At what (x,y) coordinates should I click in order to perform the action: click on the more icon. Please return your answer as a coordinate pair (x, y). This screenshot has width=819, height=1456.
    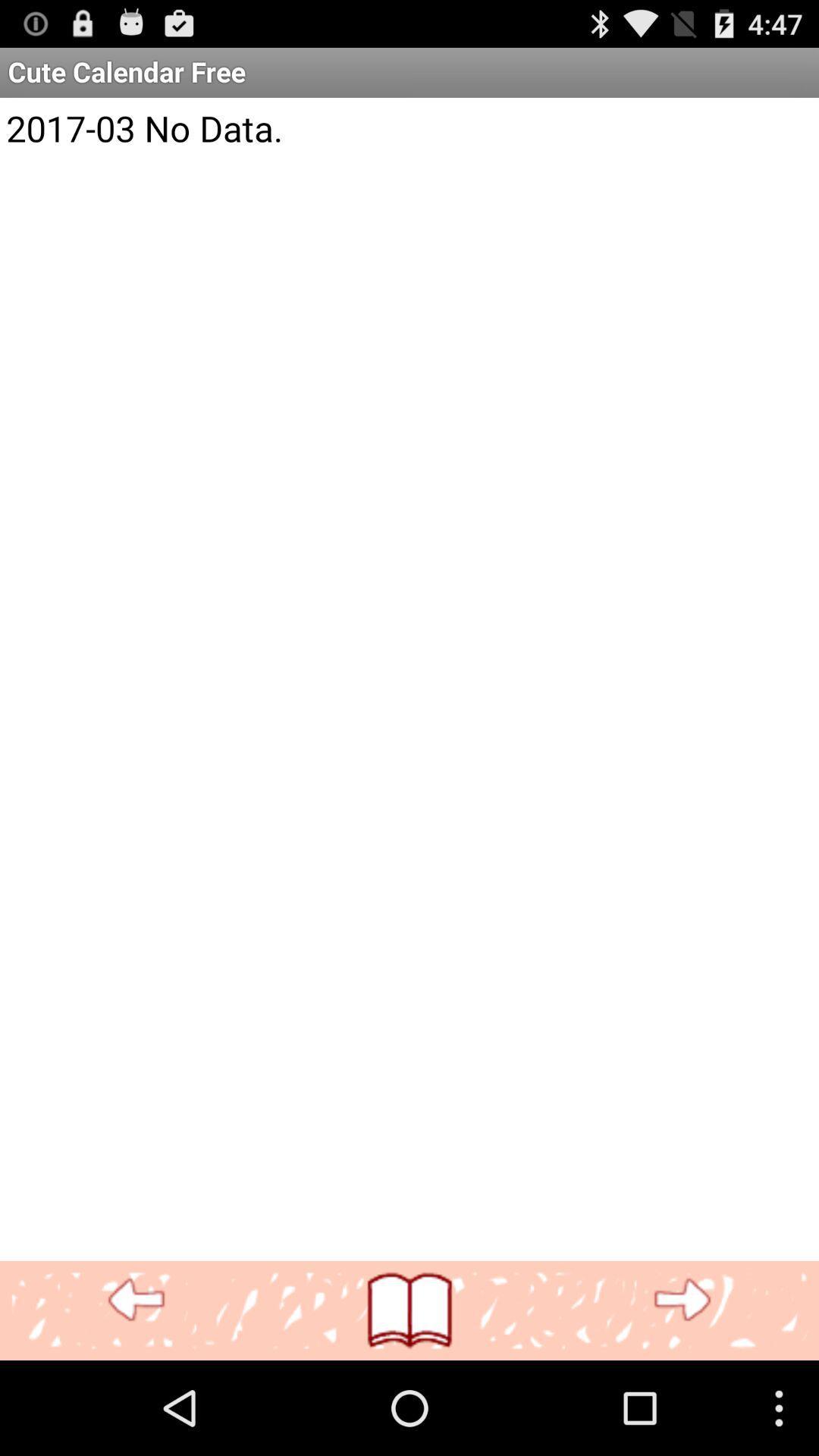
    Looking at the image, I should click on (136, 1392).